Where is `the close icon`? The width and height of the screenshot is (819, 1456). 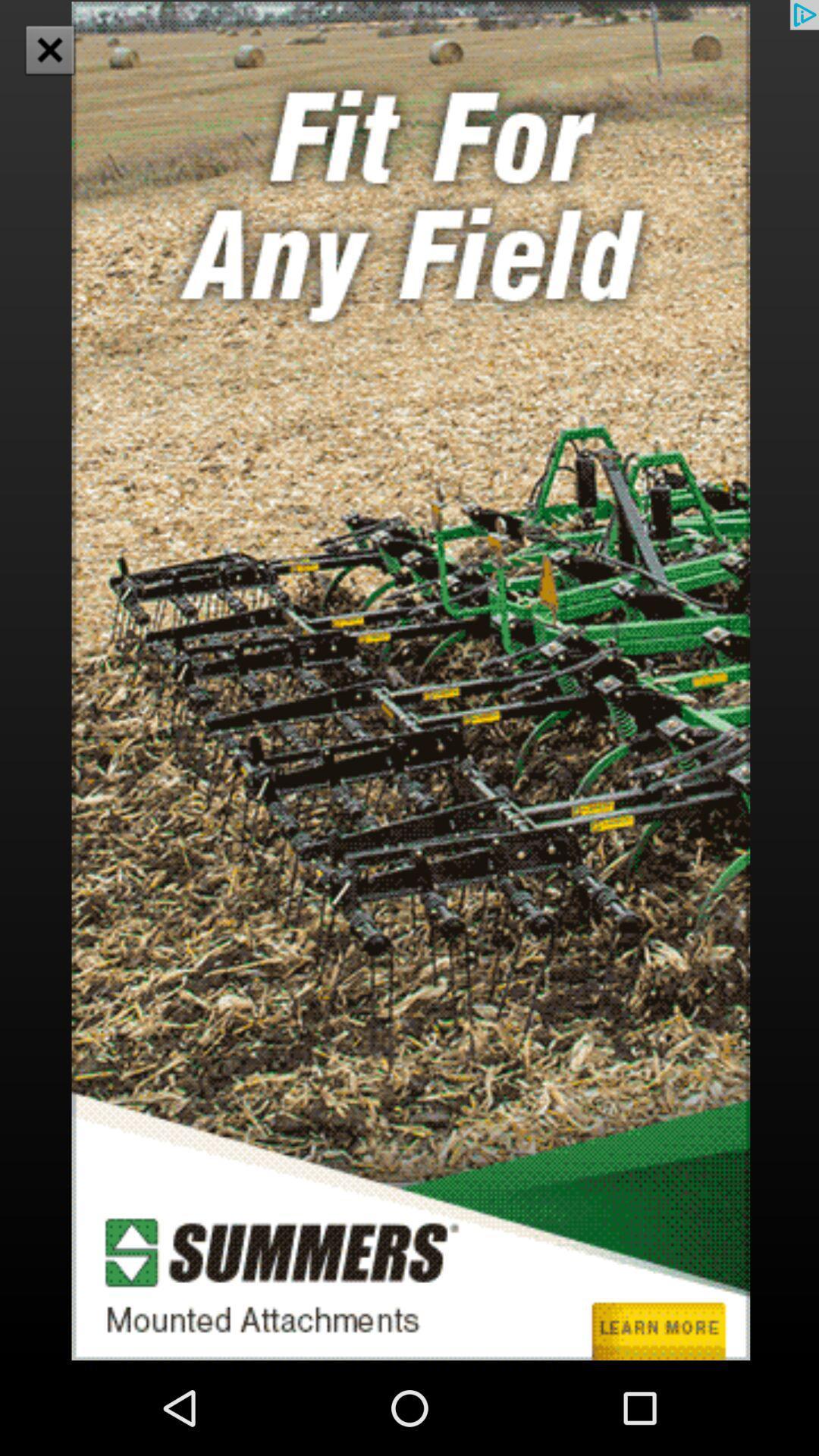
the close icon is located at coordinates (49, 53).